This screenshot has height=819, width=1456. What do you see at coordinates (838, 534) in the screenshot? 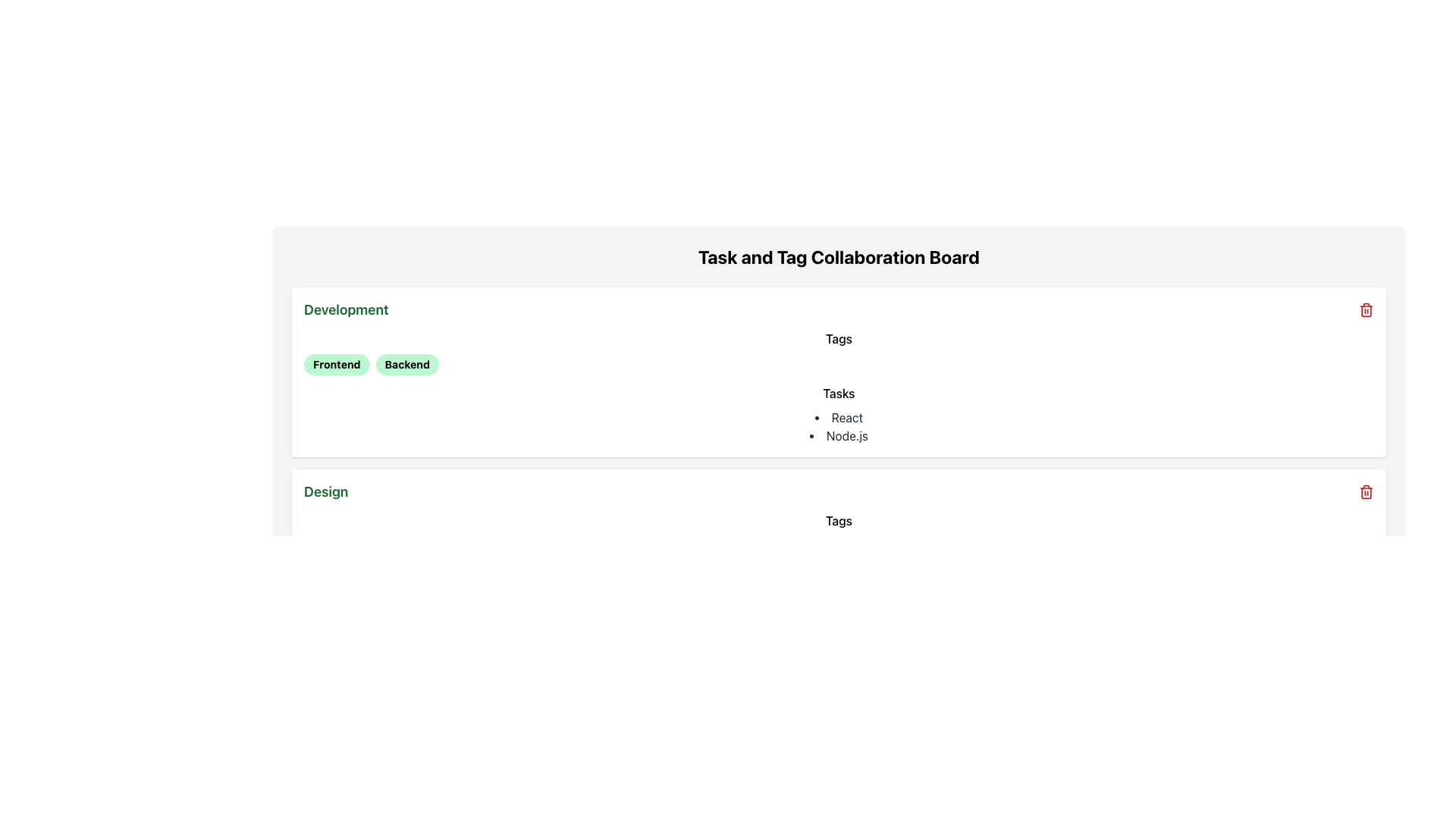
I see `the Text Label indicating its association with the tagging feature, located in the 'Design' section under the 'Tags' heading` at bounding box center [838, 534].